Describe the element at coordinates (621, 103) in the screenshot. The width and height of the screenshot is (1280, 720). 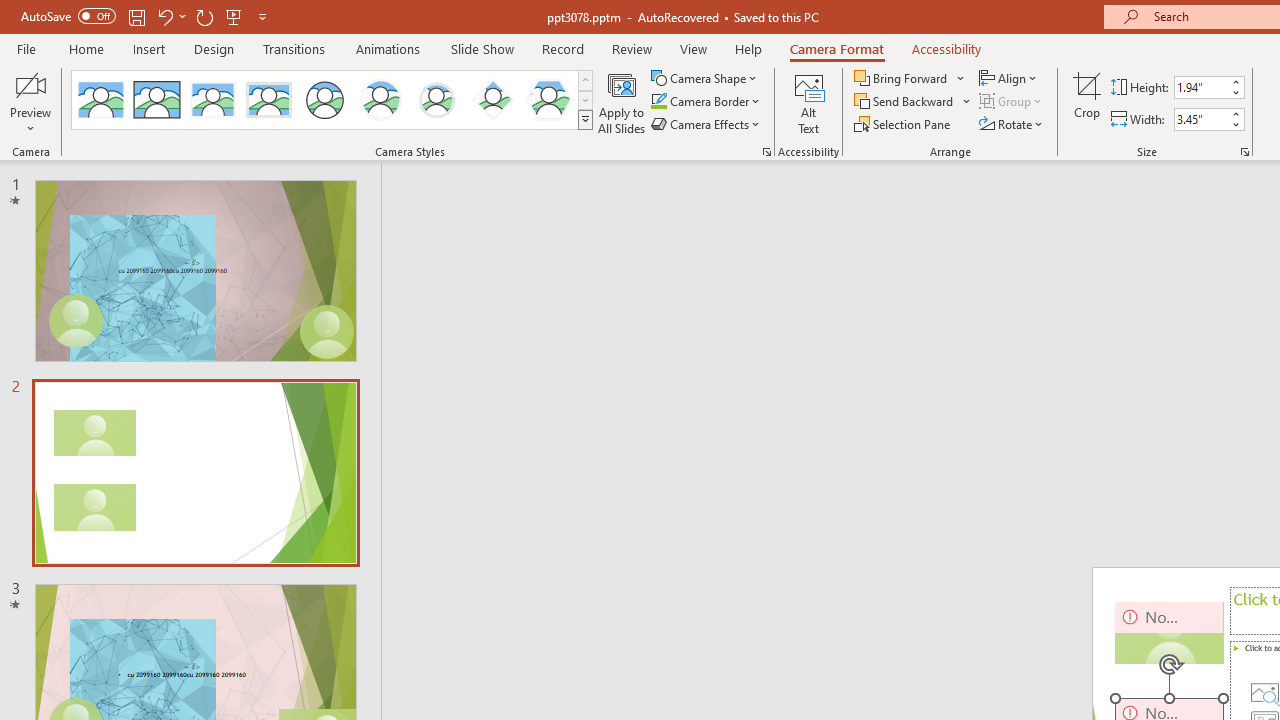
I see `'Apply to All Slides'` at that location.